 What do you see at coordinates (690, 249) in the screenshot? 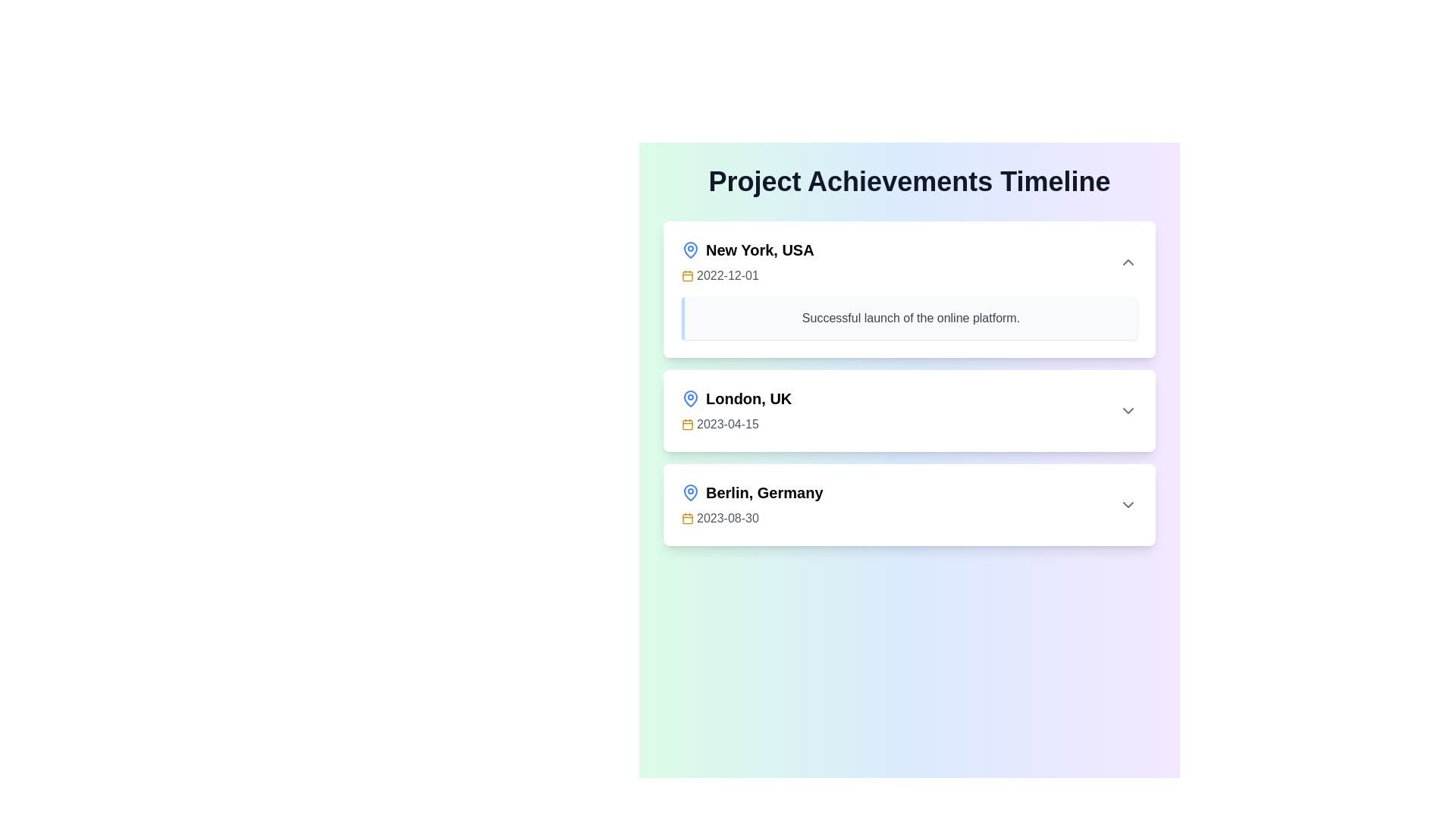
I see `the geographical location SVG Icon located next to the text 'New York, USA' in the first timeline entry` at bounding box center [690, 249].